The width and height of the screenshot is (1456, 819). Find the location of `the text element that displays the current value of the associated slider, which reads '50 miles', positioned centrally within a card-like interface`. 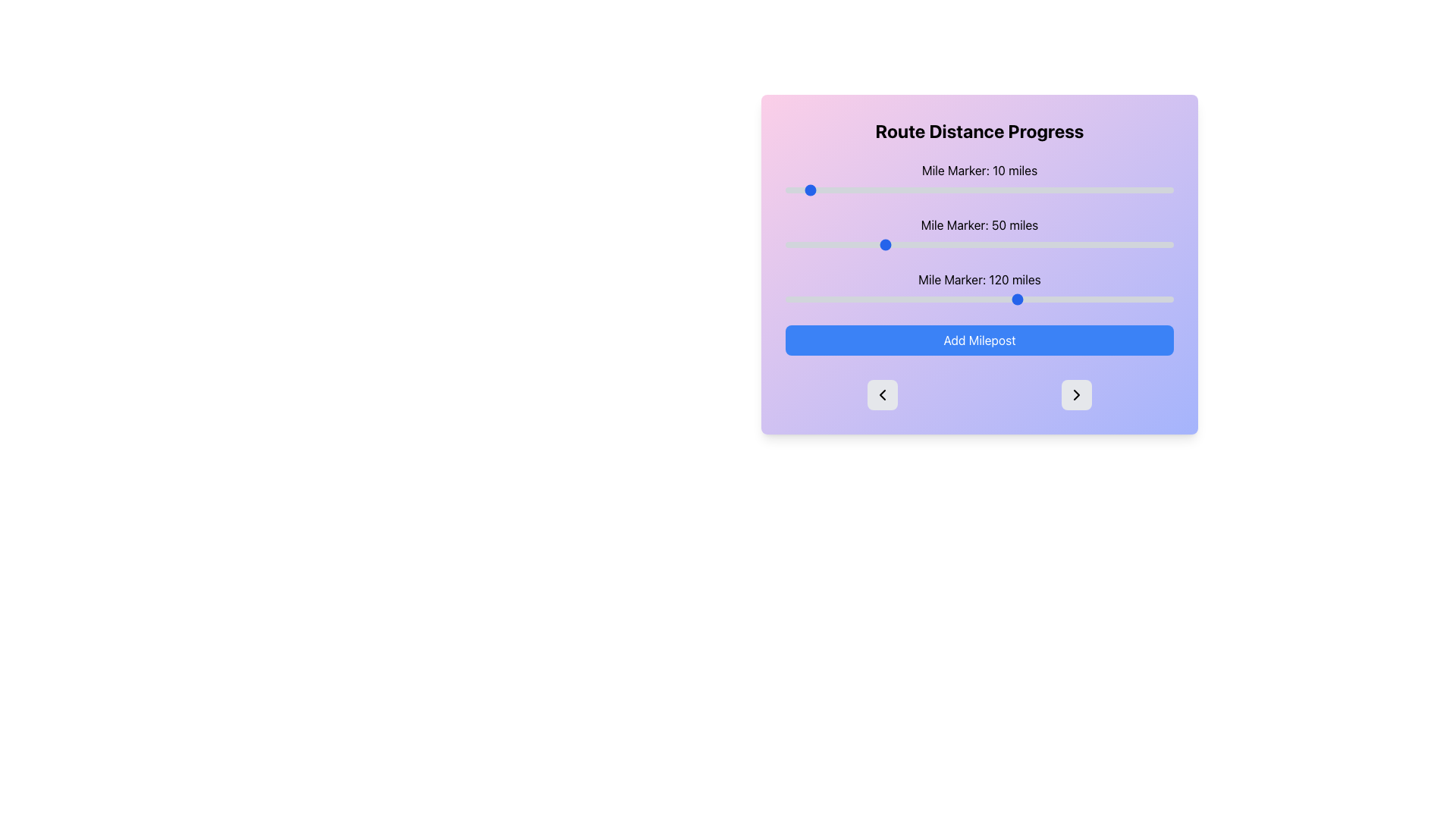

the text element that displays the current value of the associated slider, which reads '50 miles', positioned centrally within a card-like interface is located at coordinates (979, 225).